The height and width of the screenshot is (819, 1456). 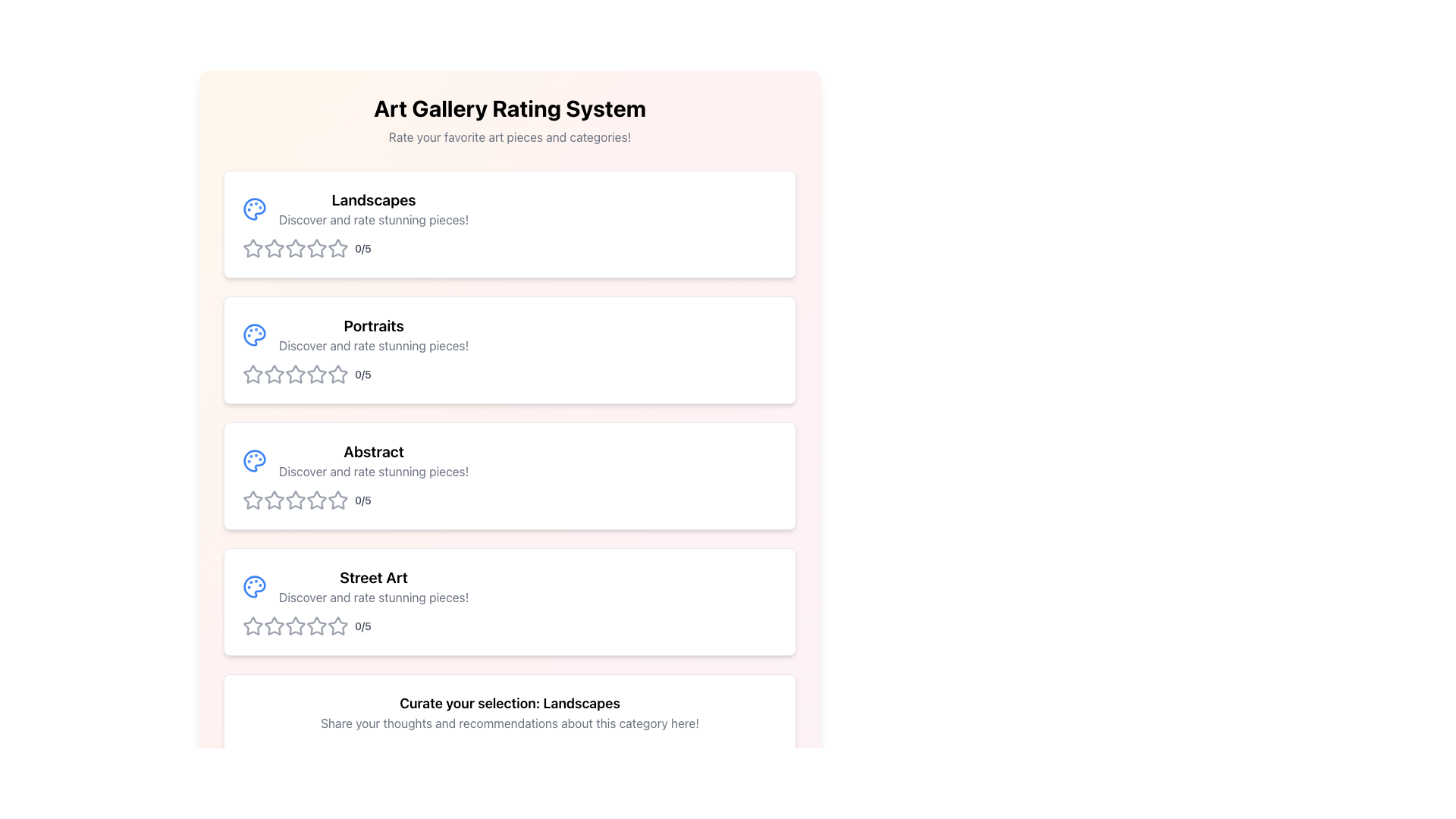 What do you see at coordinates (374, 451) in the screenshot?
I see `the 'Abstract' text label, which serves as the title for the third section in a vertically stacked list of categories including 'Landscapes', 'Portraits', and 'Street Art'` at bounding box center [374, 451].